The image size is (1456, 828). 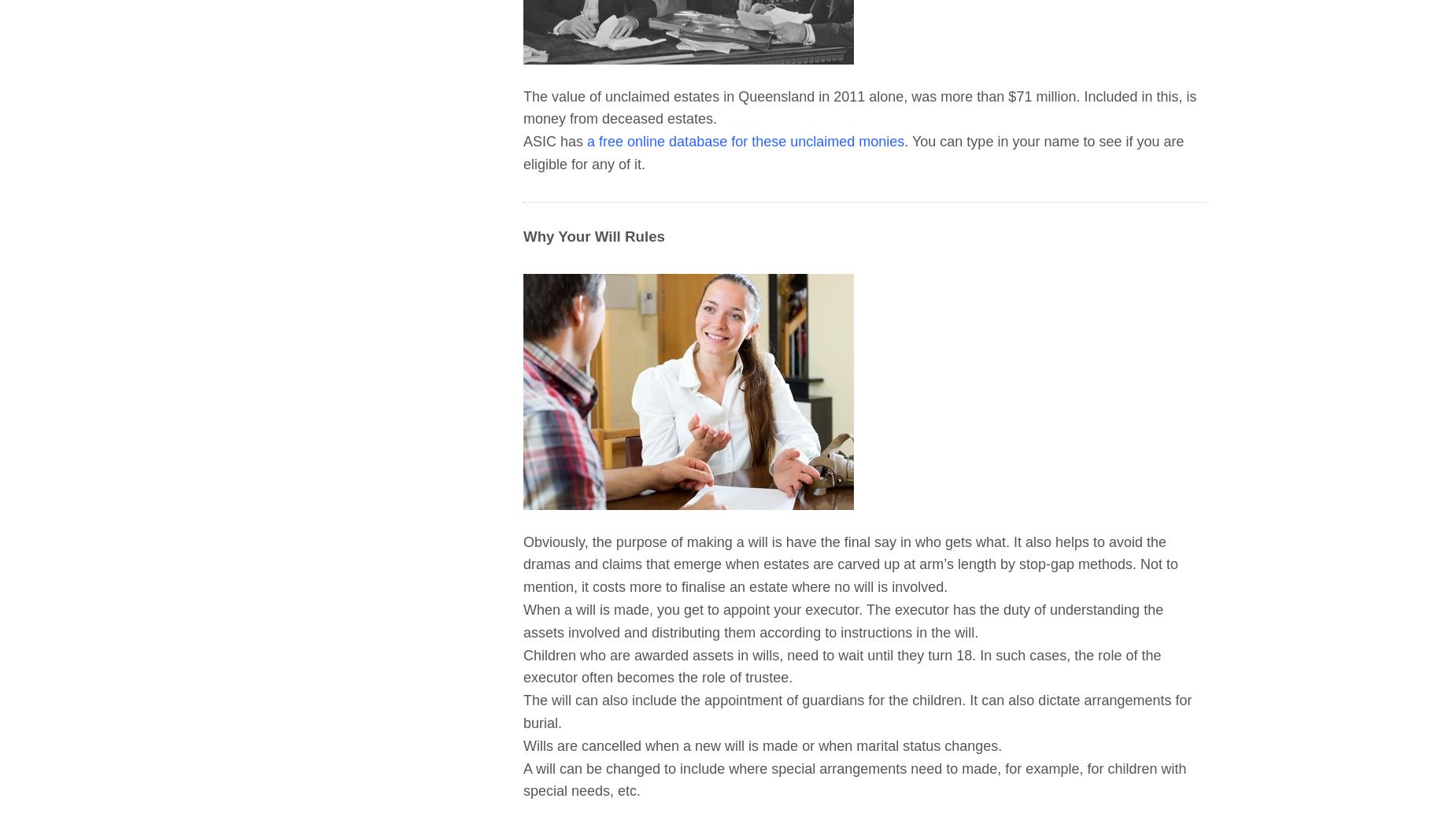 I want to click on '. You can type in your name to see if you are eligible for any of it.', so click(x=522, y=152).